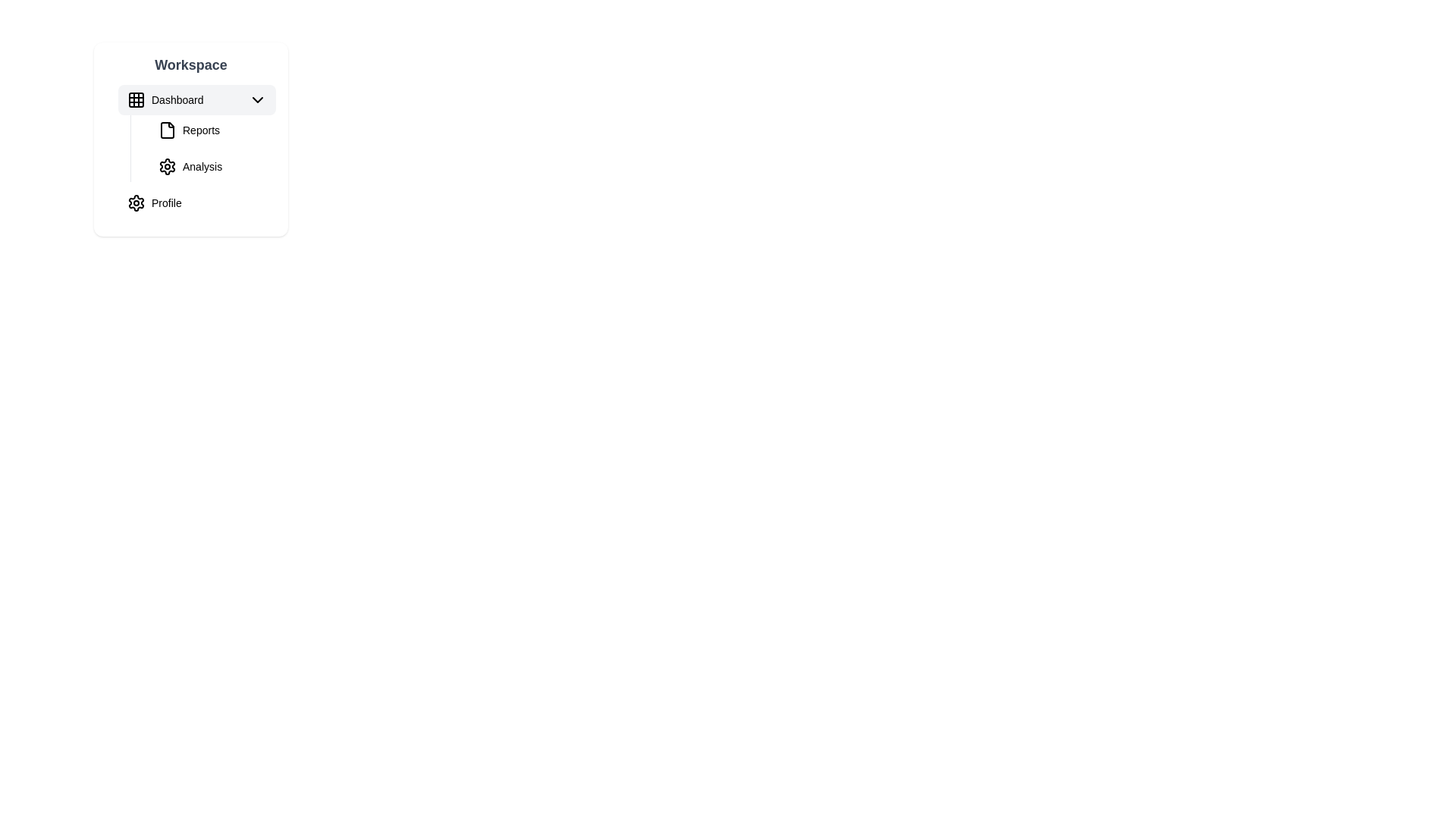 This screenshot has height=819, width=1456. Describe the element at coordinates (136, 202) in the screenshot. I see `the gear icon located to the left of the 'Profile' text in the vertical navigation menu to interact with the settings entry` at that location.